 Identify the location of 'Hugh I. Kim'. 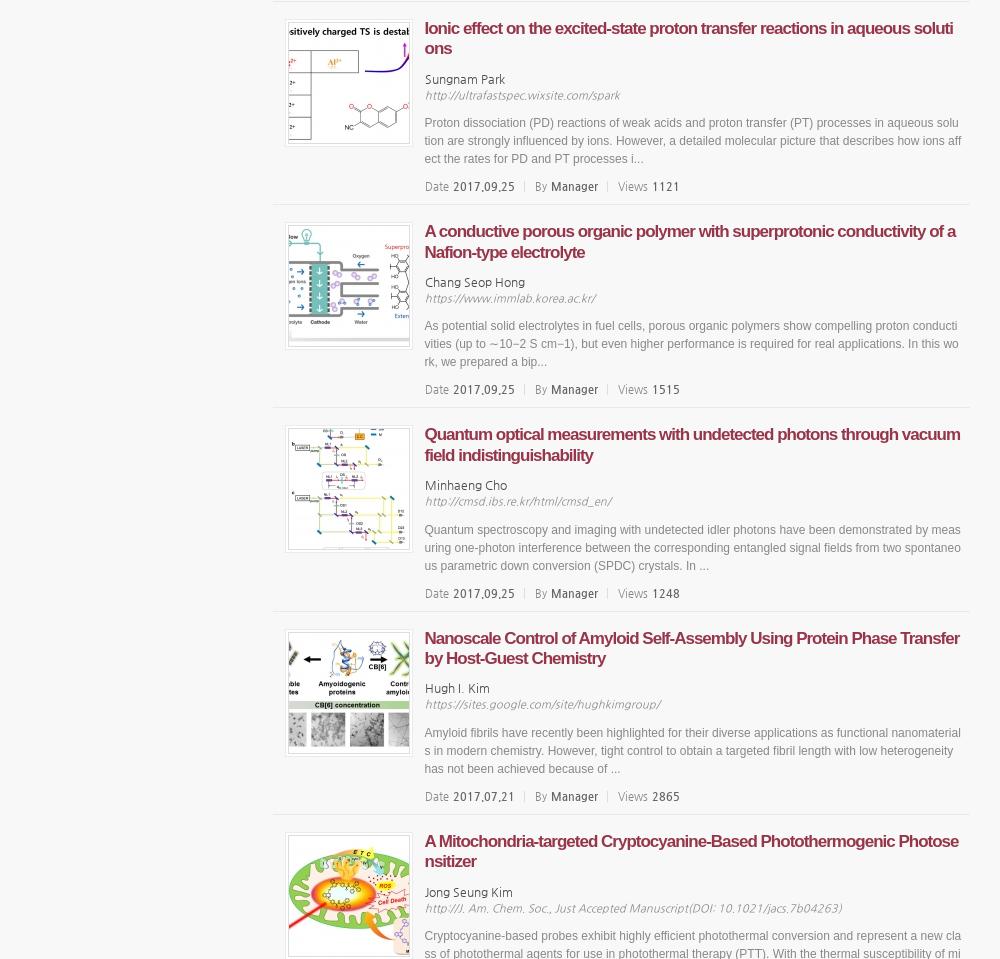
(455, 686).